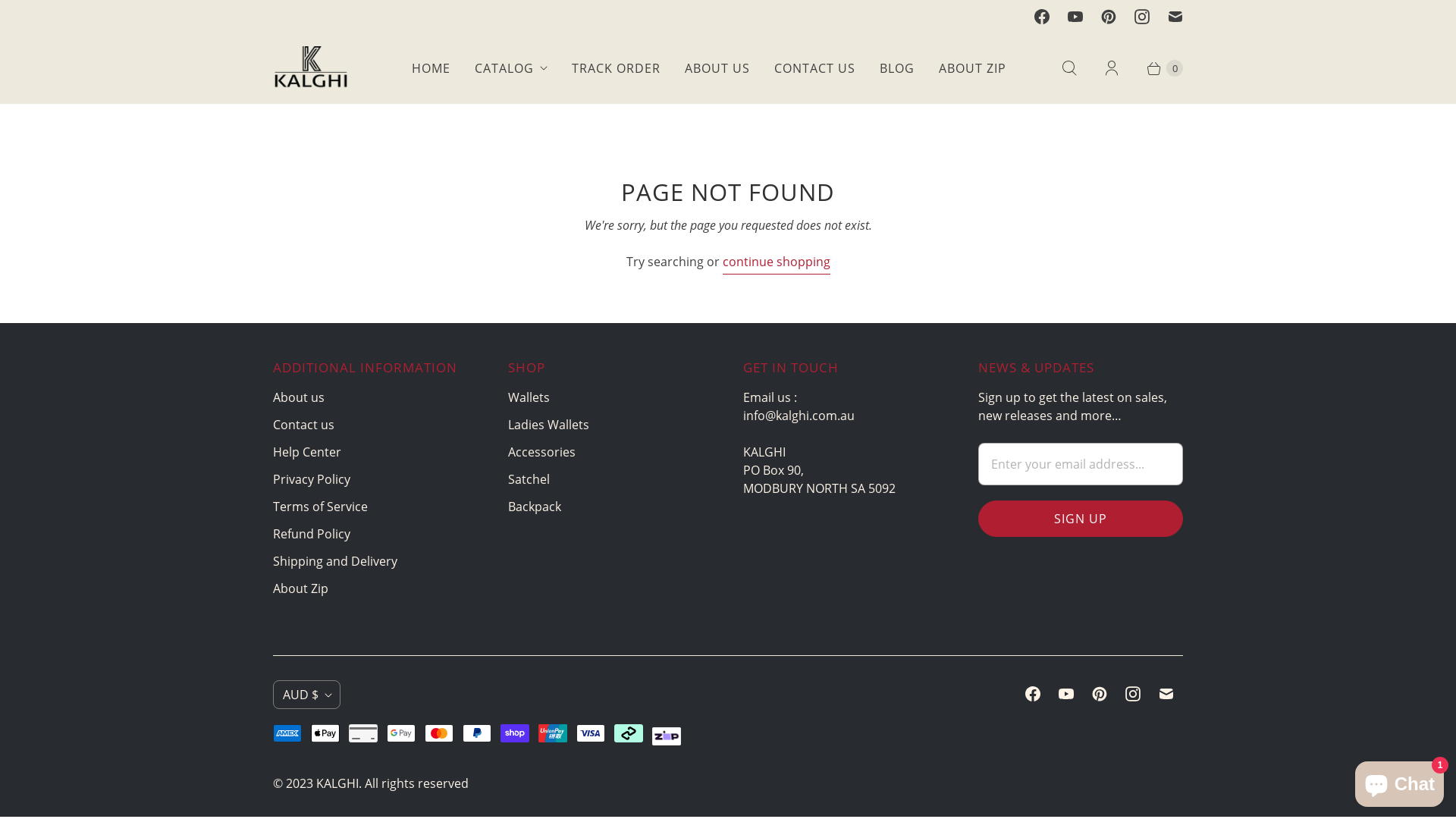  Describe the element at coordinates (548, 424) in the screenshot. I see `'Ladies Wallets'` at that location.